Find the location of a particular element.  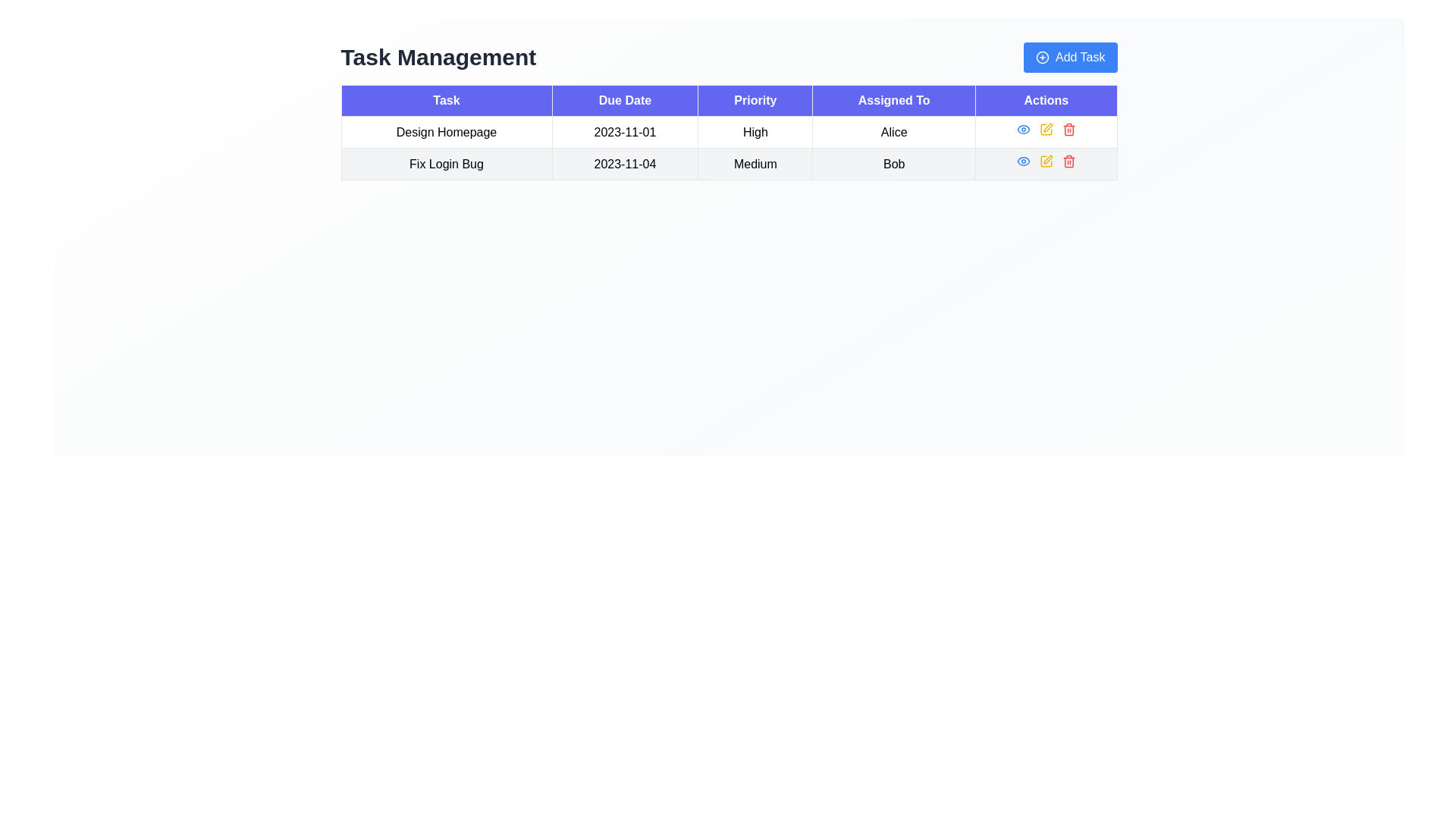

the header row of the table, which has a blue background and white text, consisting of headers labeled 'Task', 'Due Date', 'Priority', 'Assigned To', and 'Actions' is located at coordinates (729, 100).